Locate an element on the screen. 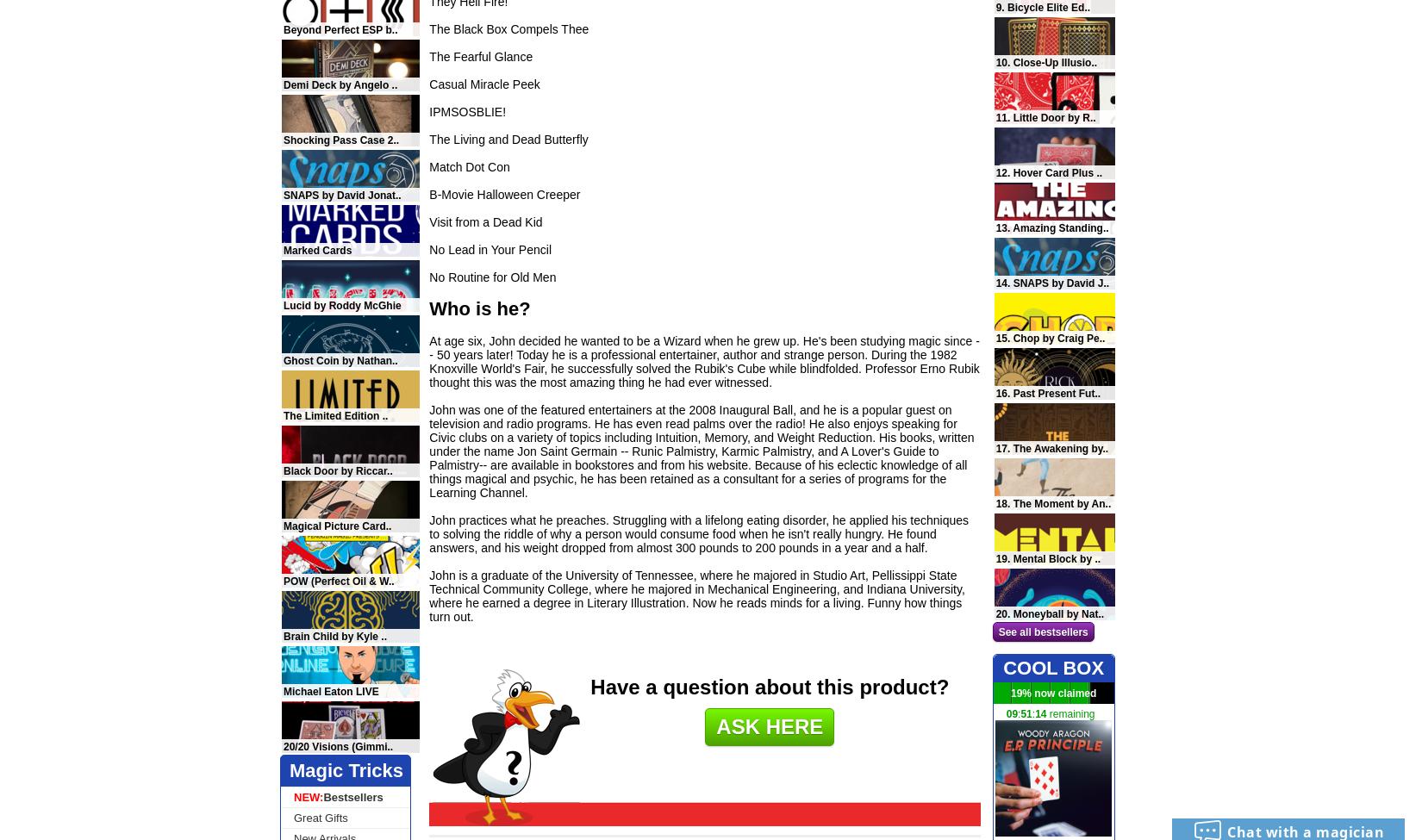 This screenshot has height=840, width=1422. '107 reviews' is located at coordinates (1079, 240).